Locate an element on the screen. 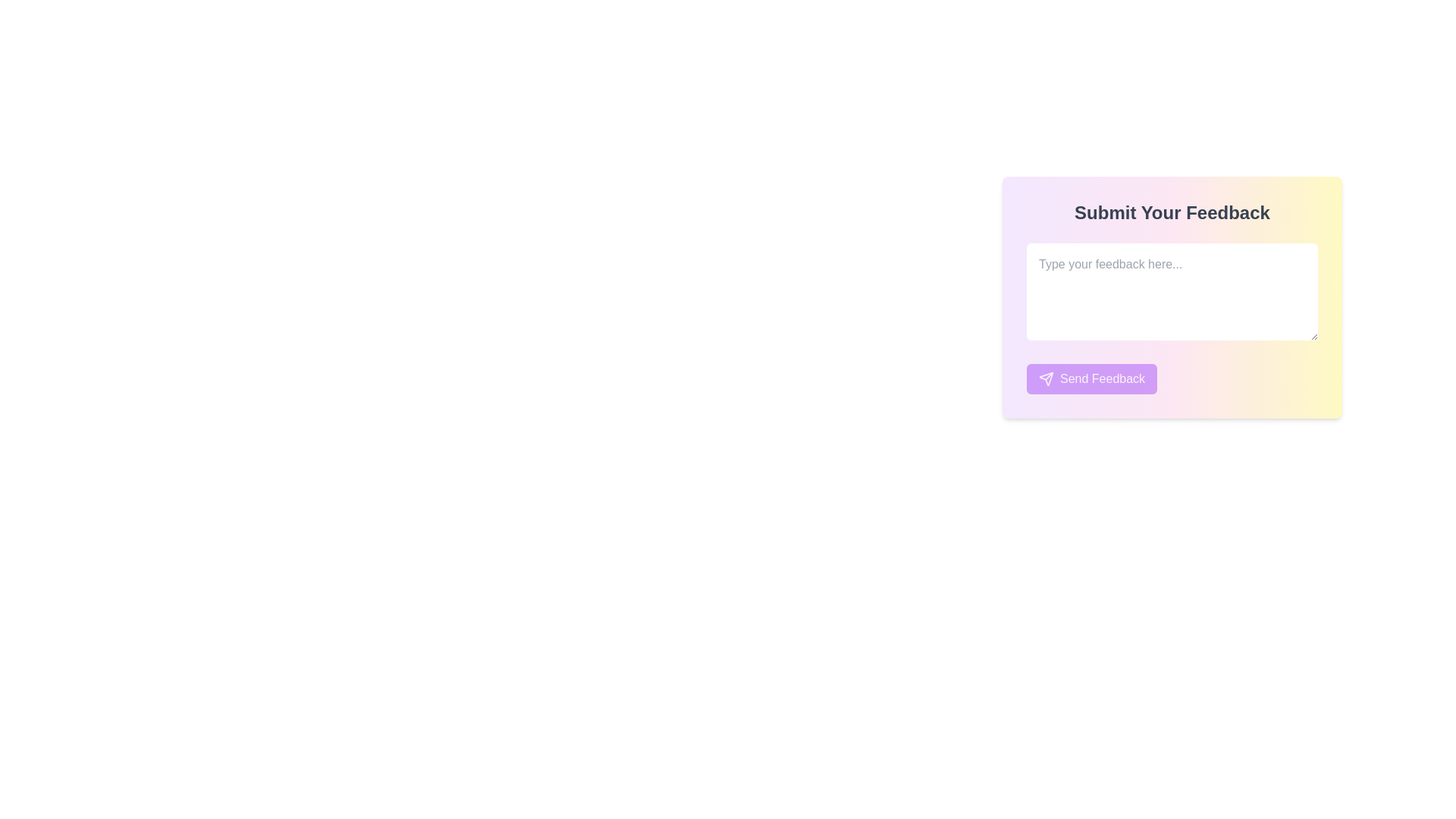 The width and height of the screenshot is (1456, 819). the decorative icon within the 'Send Feedback' button, located to the left of the button's text is located at coordinates (1046, 378).